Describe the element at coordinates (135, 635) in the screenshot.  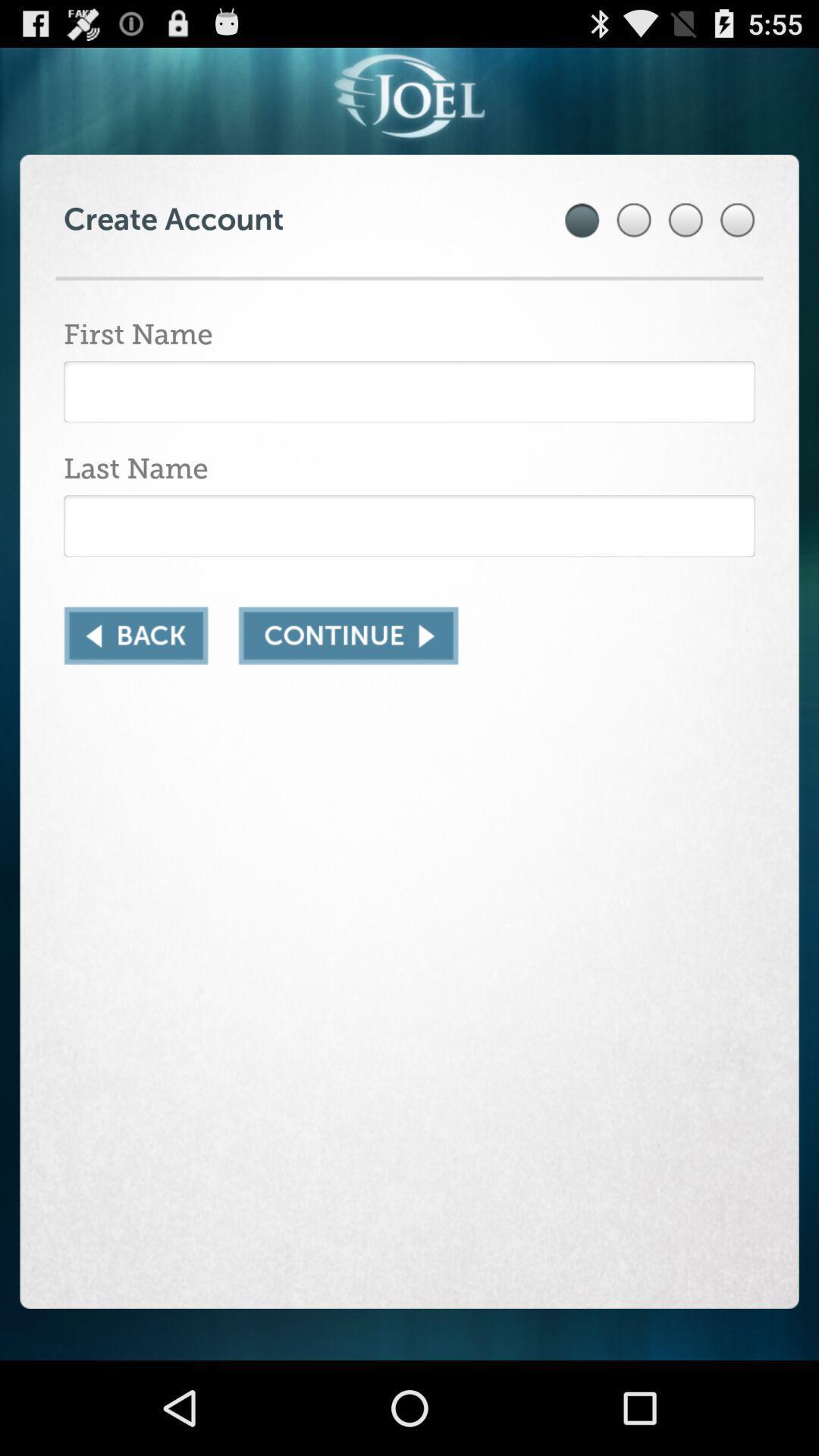
I see `go back` at that location.